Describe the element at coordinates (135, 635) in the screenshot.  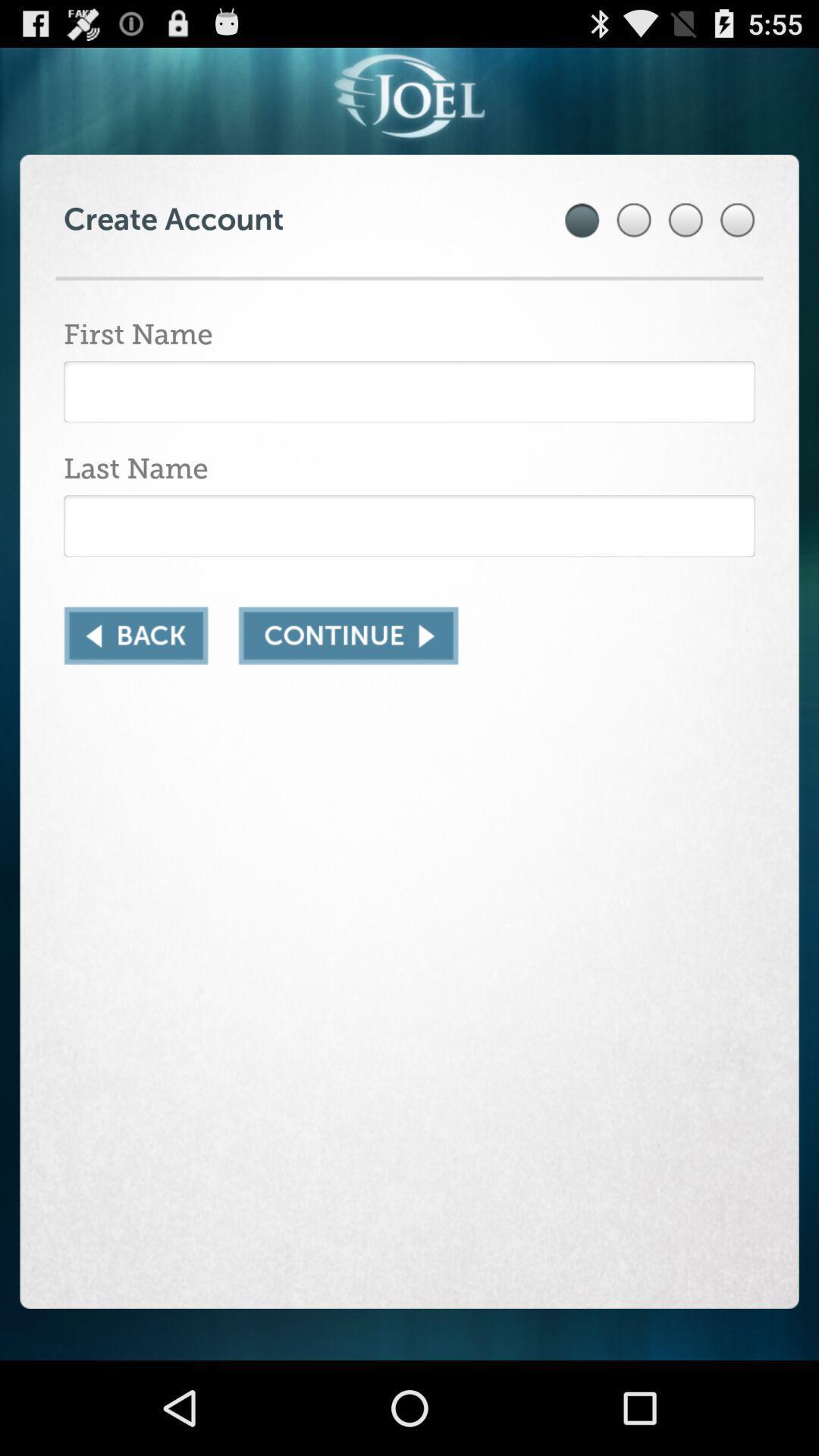
I see `go back` at that location.